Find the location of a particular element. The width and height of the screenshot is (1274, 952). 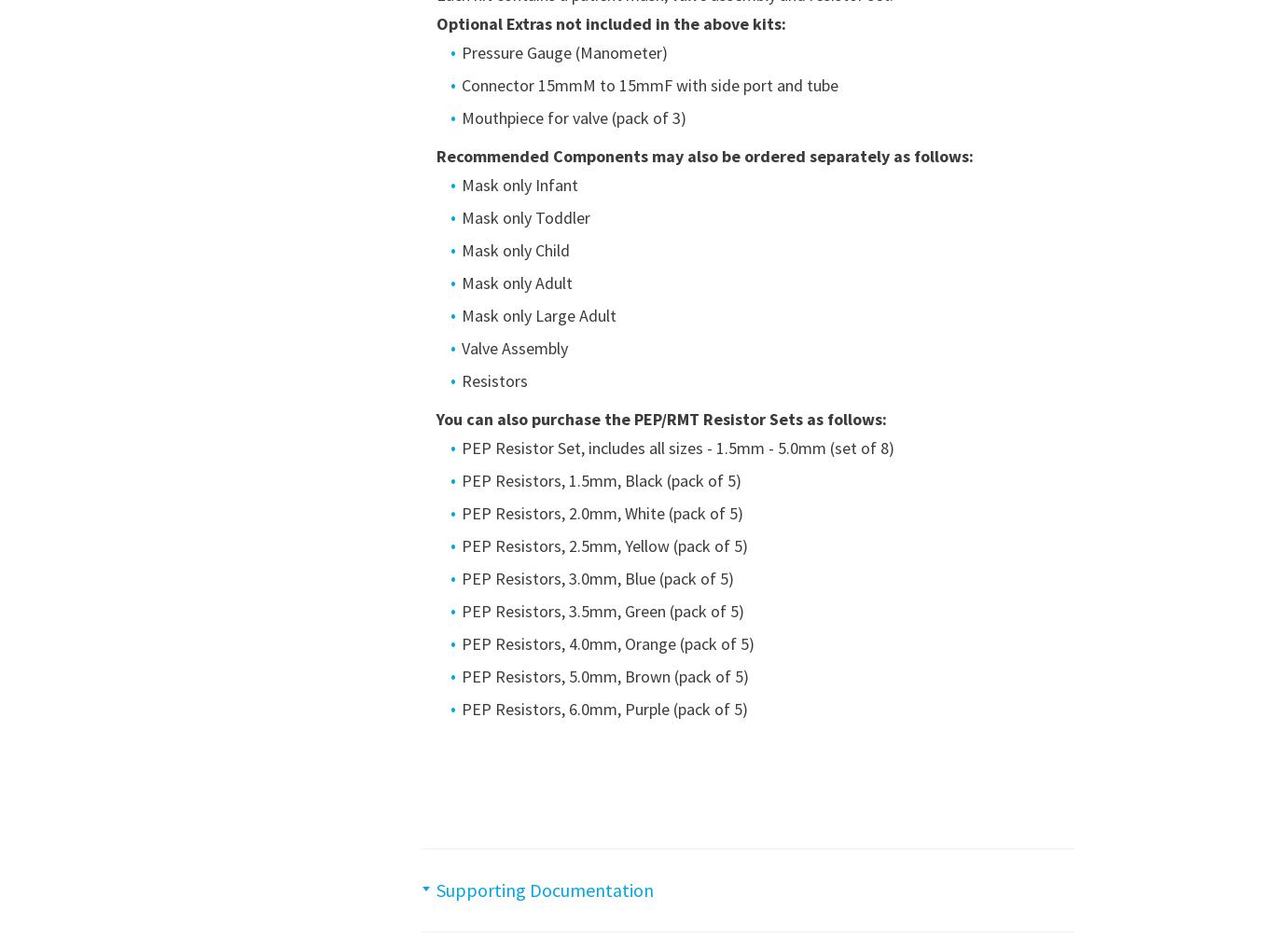

'Optional Extras not included in the above kits:' is located at coordinates (610, 22).